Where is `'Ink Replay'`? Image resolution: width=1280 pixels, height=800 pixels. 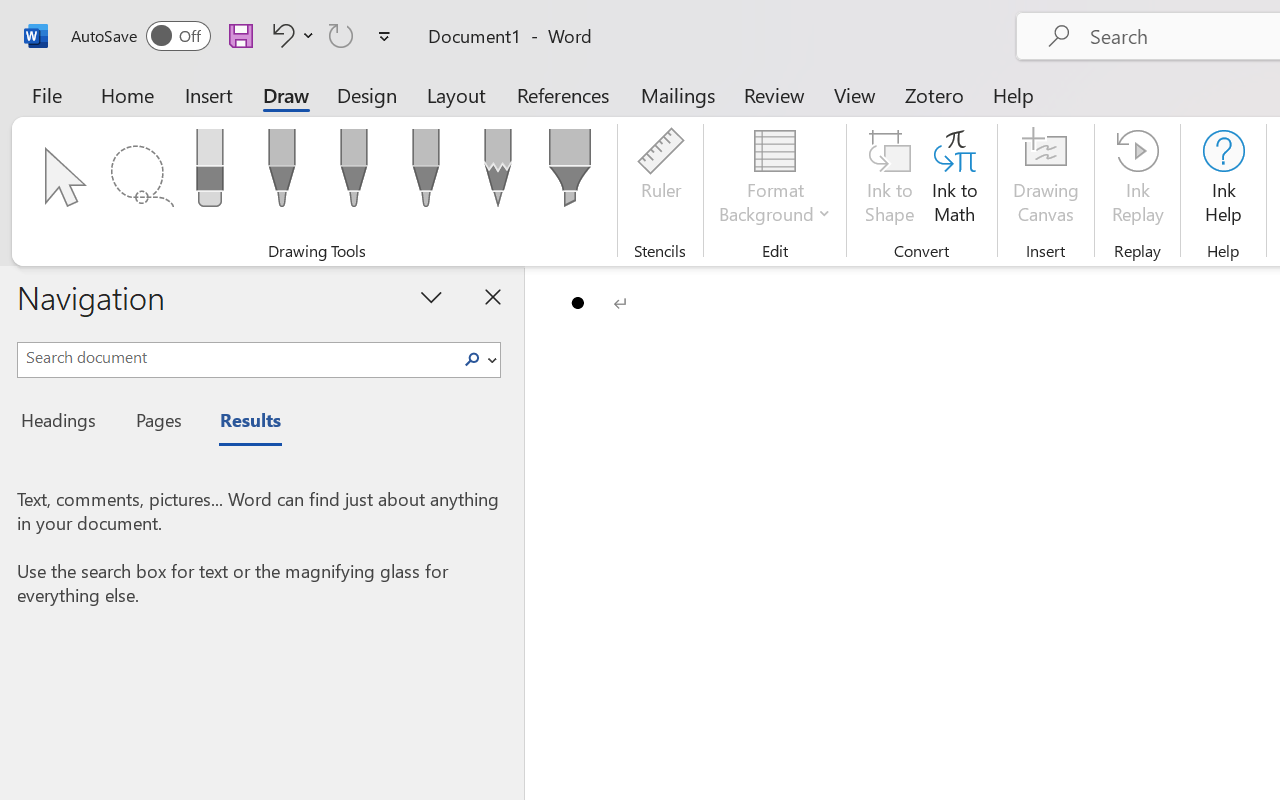
'Ink Replay' is located at coordinates (1137, 179).